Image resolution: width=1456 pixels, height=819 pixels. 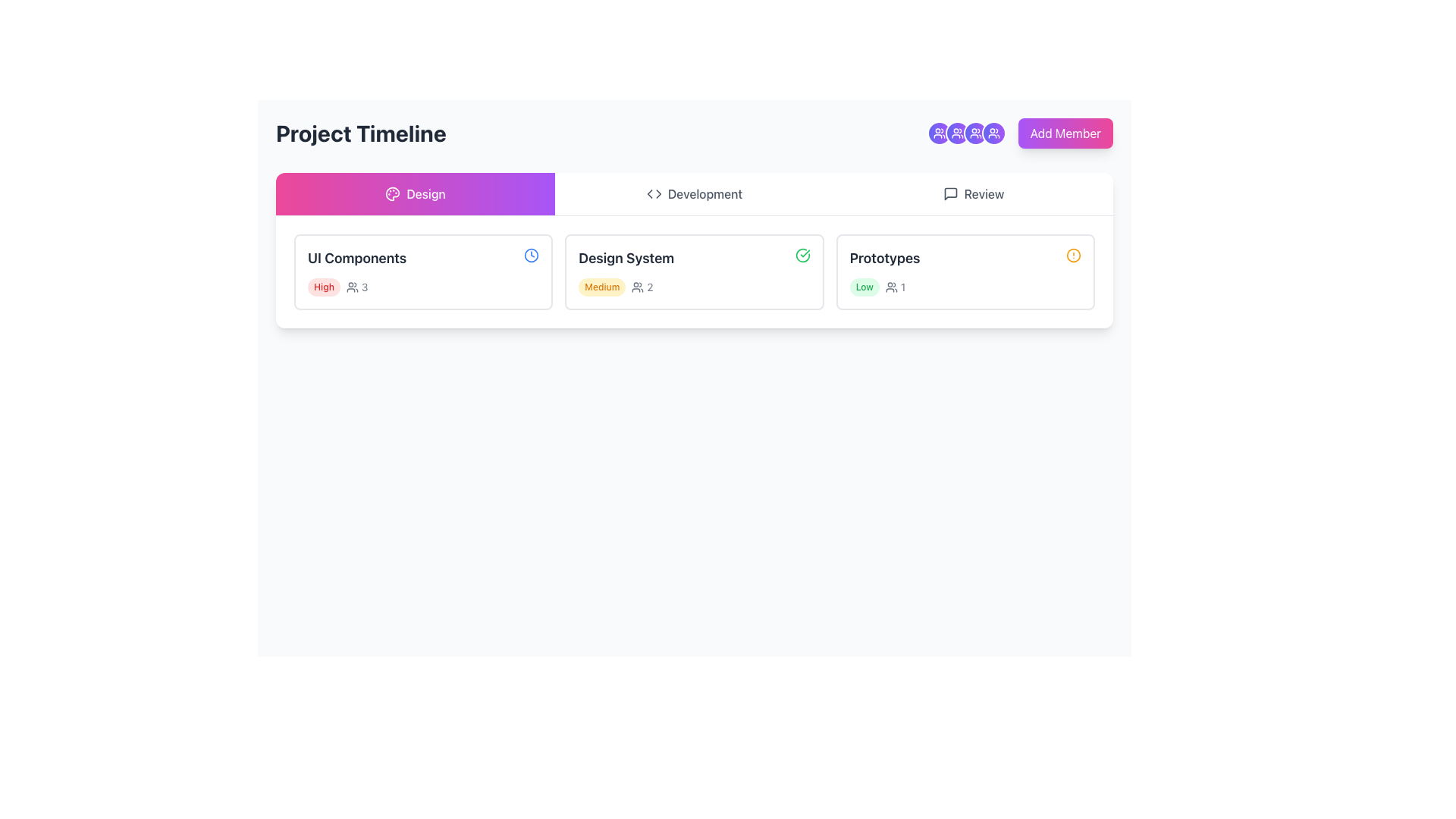 What do you see at coordinates (423, 287) in the screenshot?
I see `the text label displaying 'High3' with a bold red font and an accompanying user icon, which is located in the 'UI Components' card within the 'Design' section` at bounding box center [423, 287].